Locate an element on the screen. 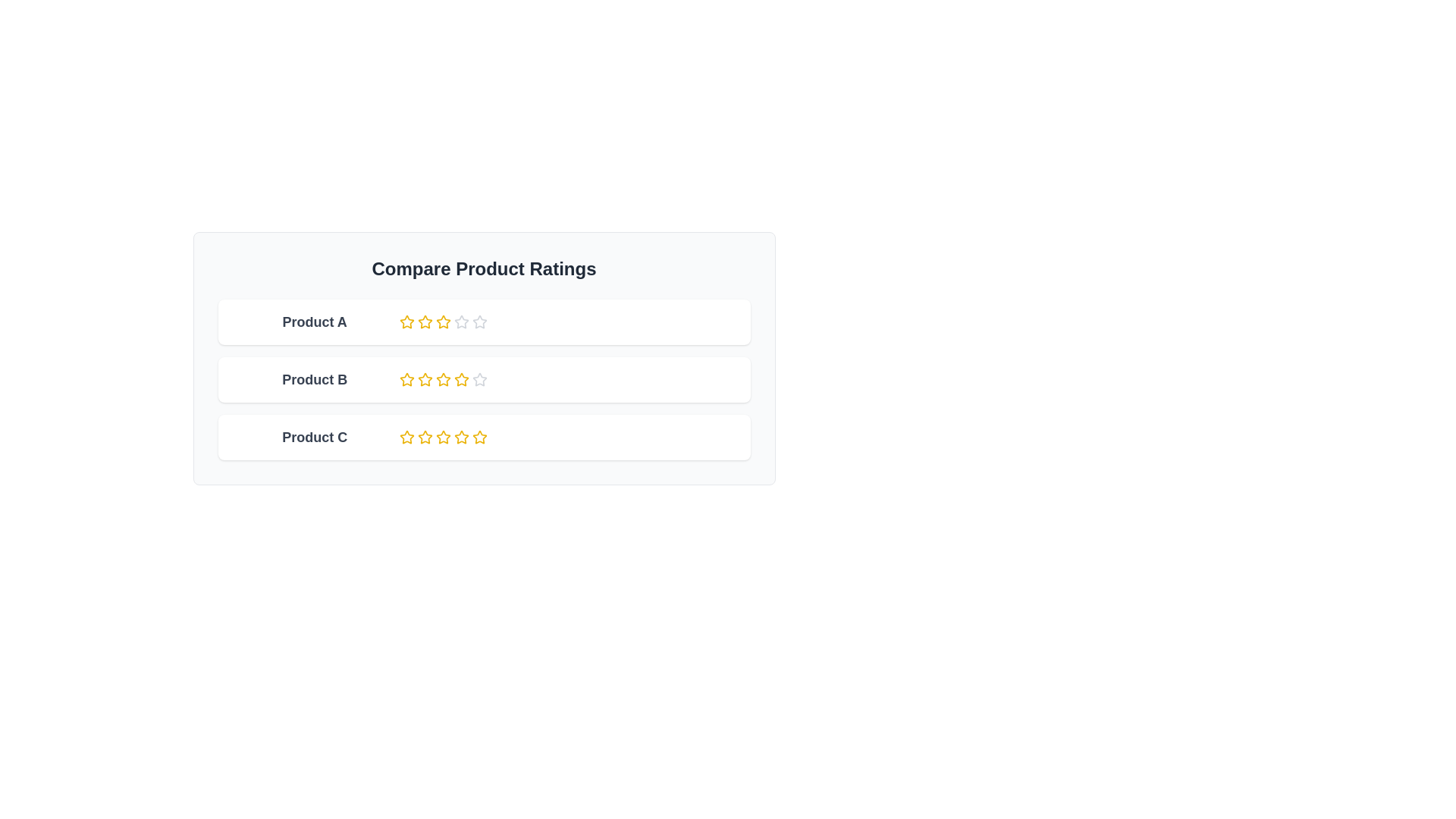 The image size is (1456, 819). the fourth gray star icon in the horizontal sequence of rating stars for 'Product A' in the 'Compare Product Ratings' section to interact with the rating system is located at coordinates (479, 321).